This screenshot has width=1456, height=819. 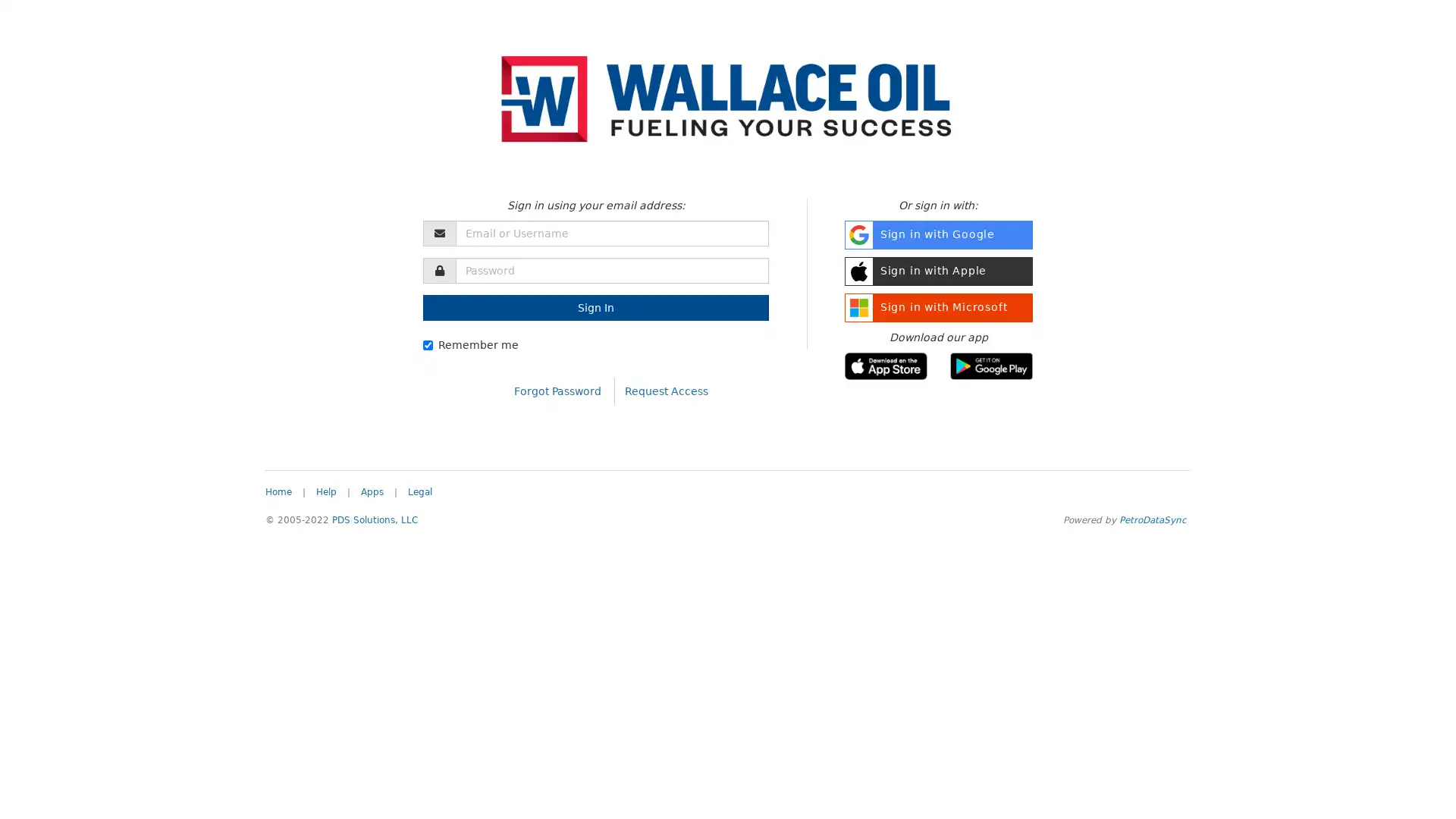 What do you see at coordinates (666, 390) in the screenshot?
I see `Request Access` at bounding box center [666, 390].